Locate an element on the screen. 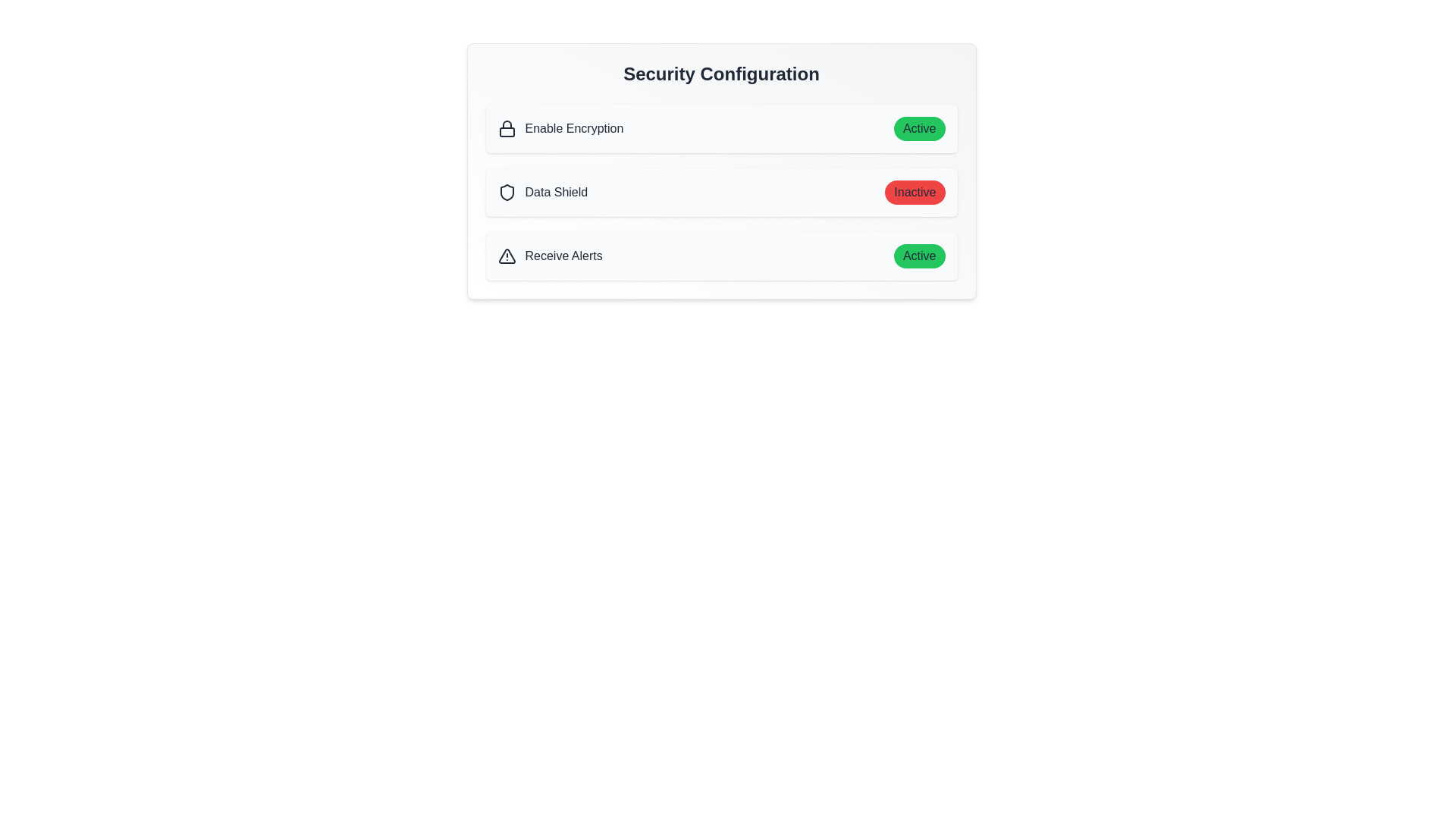  the 'Receive Alerts' text label, which is styled in bold and dark font, part of the 'Security Configuration' list, positioned beside an alert icon and to the left of the 'Active' button is located at coordinates (563, 256).